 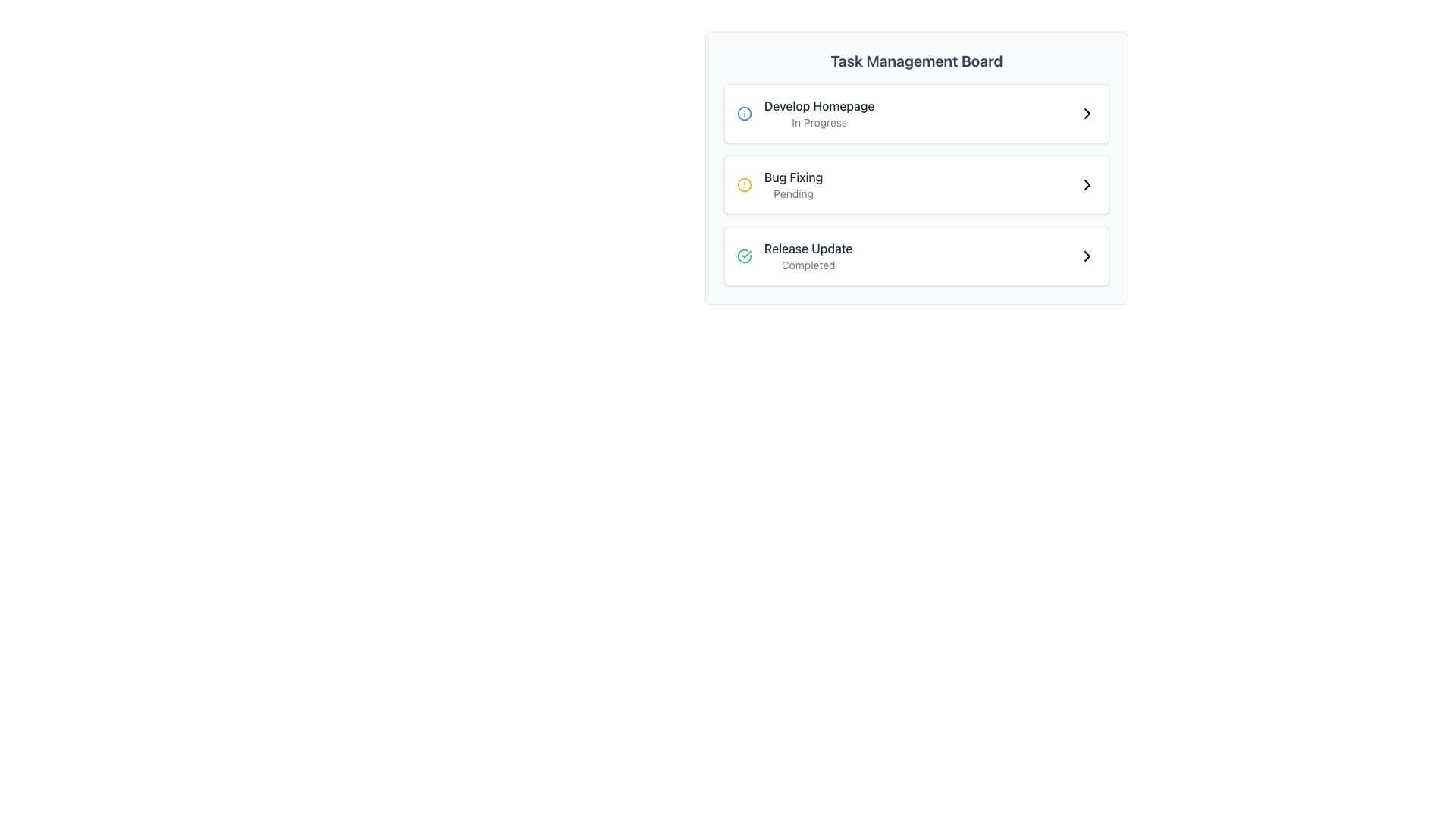 I want to click on the text display group element labeled 'Develop Homepage' with the status 'In Progress', which is the first task in the task management board, so click(x=818, y=113).